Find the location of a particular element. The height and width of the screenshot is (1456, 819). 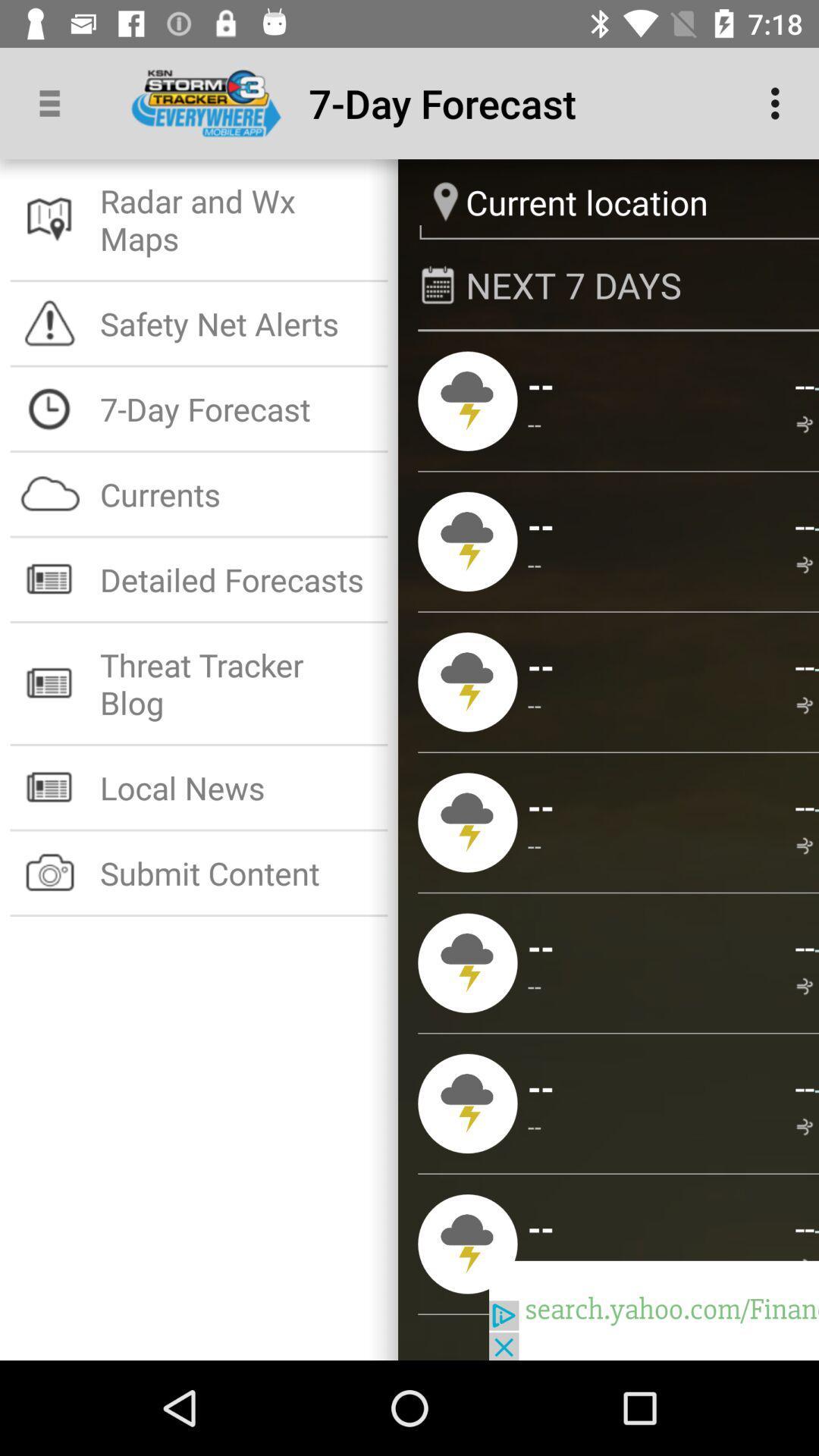

the 7th icon which is in the white background is located at coordinates (49, 787).